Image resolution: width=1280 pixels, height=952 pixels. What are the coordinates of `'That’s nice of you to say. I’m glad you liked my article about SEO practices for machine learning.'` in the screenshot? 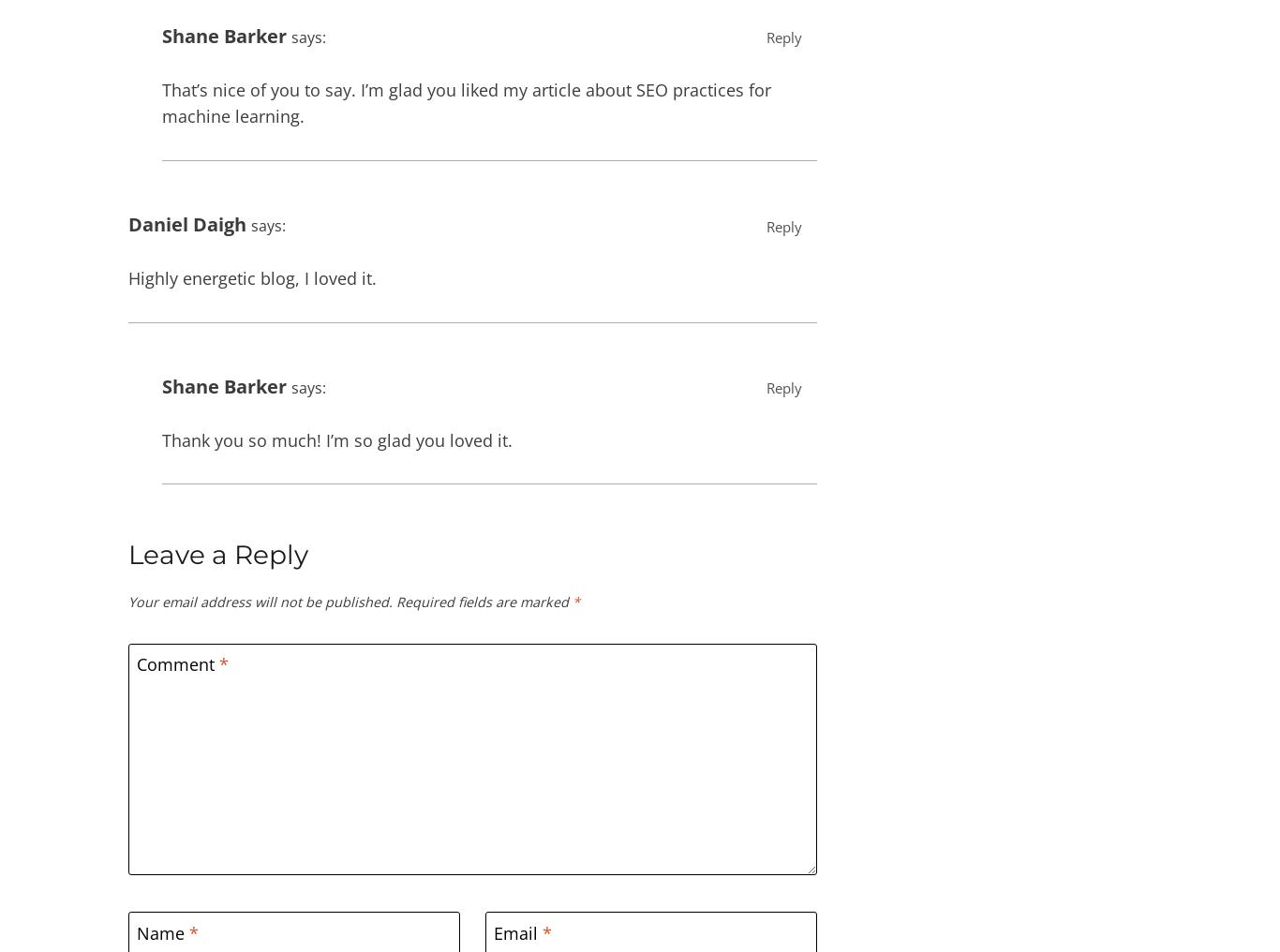 It's located at (467, 102).